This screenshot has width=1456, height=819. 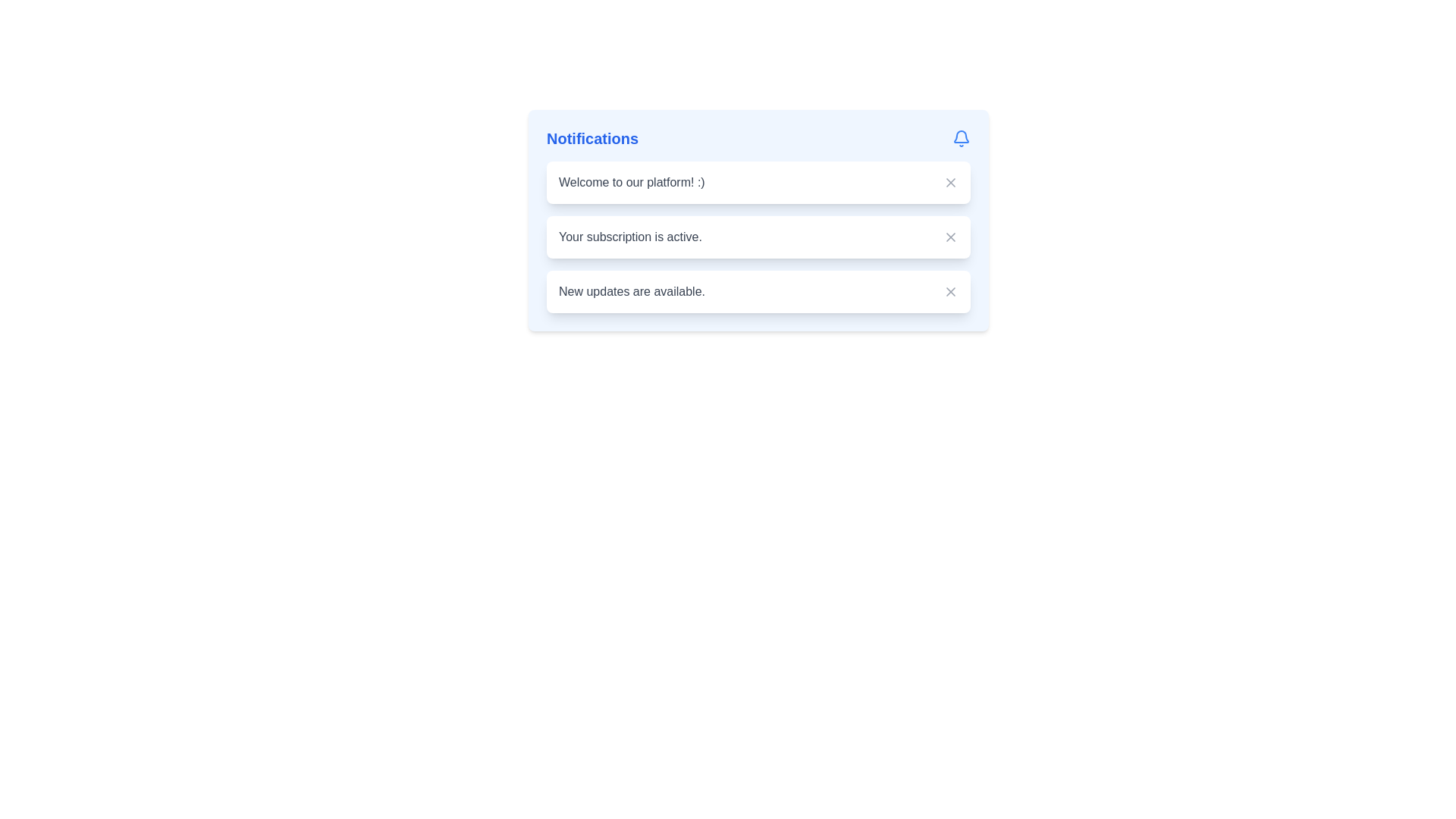 What do you see at coordinates (591, 138) in the screenshot?
I see `the bold, extra-large blue text label reading 'Notifications', located at the top-left corner of the notification panel` at bounding box center [591, 138].